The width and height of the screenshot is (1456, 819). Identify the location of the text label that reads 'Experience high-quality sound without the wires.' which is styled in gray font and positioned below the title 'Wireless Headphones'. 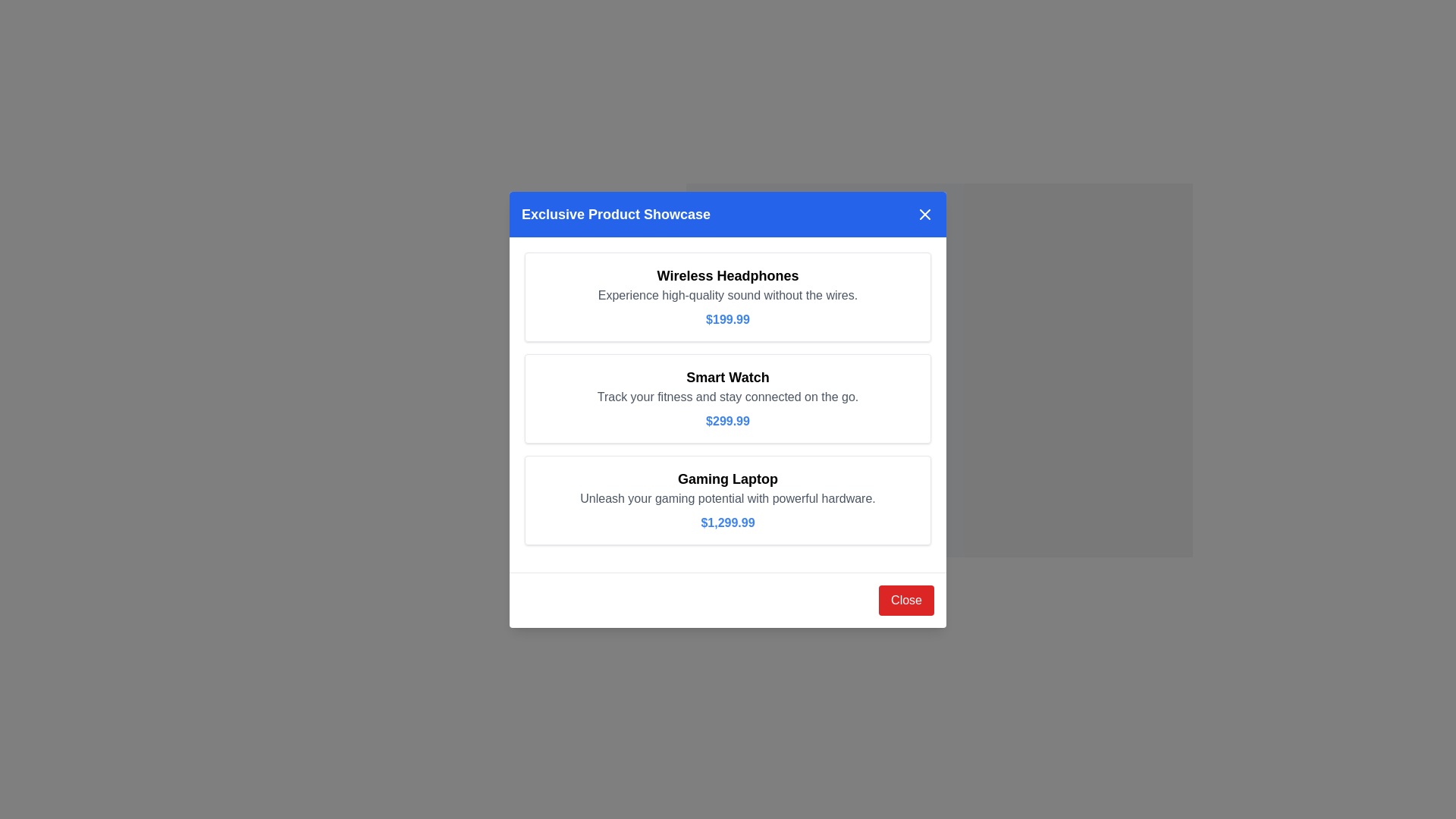
(728, 295).